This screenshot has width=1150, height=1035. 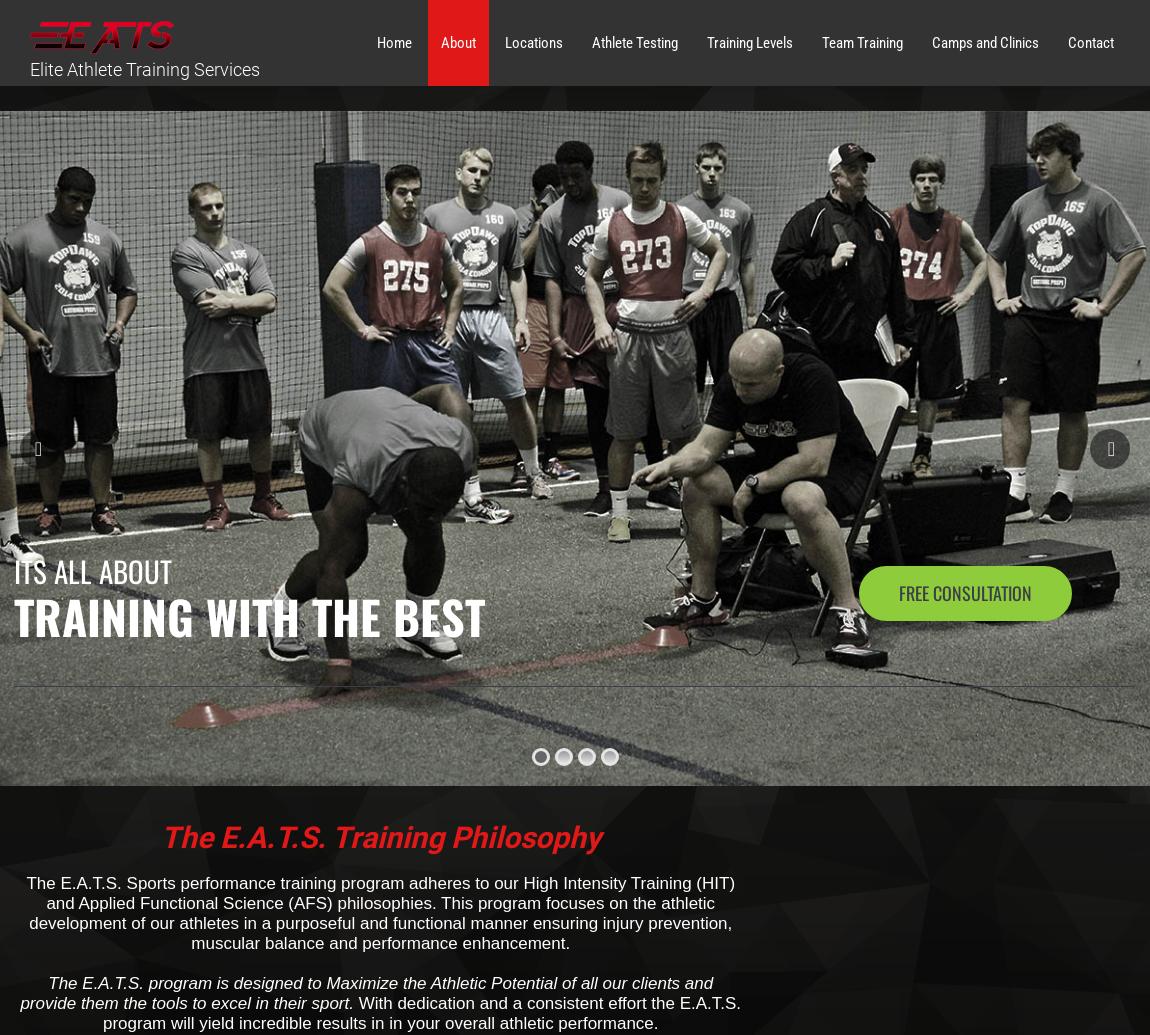 I want to click on 'With dedication and a consistent effort the E.A.T.S. program will yield incredible results in in your overall athletic performance.', so click(x=421, y=1012).